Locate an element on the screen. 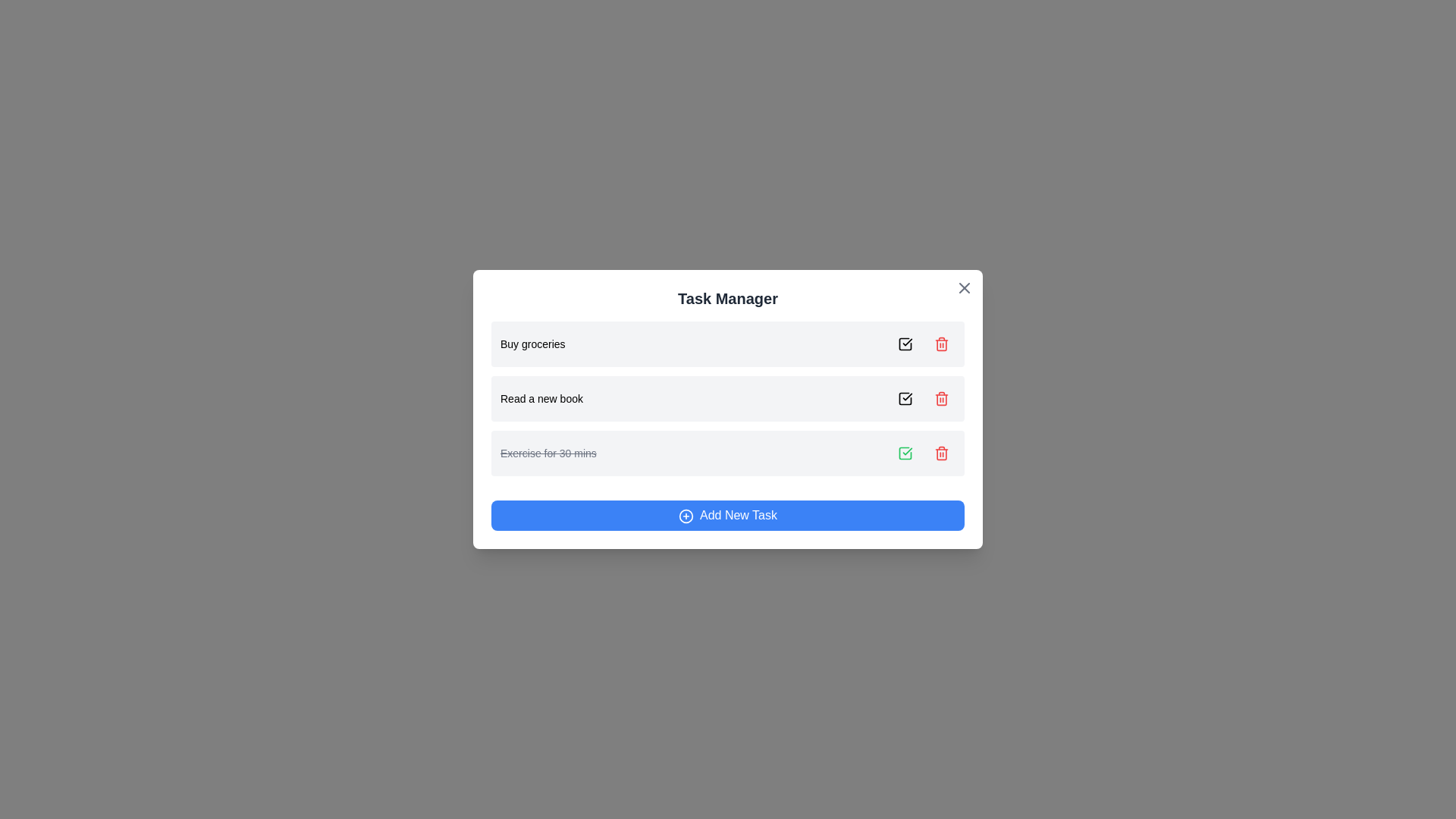  the diagonal segment of the 'X' close icon located at the top-right corner of the Task Manager modal is located at coordinates (964, 288).